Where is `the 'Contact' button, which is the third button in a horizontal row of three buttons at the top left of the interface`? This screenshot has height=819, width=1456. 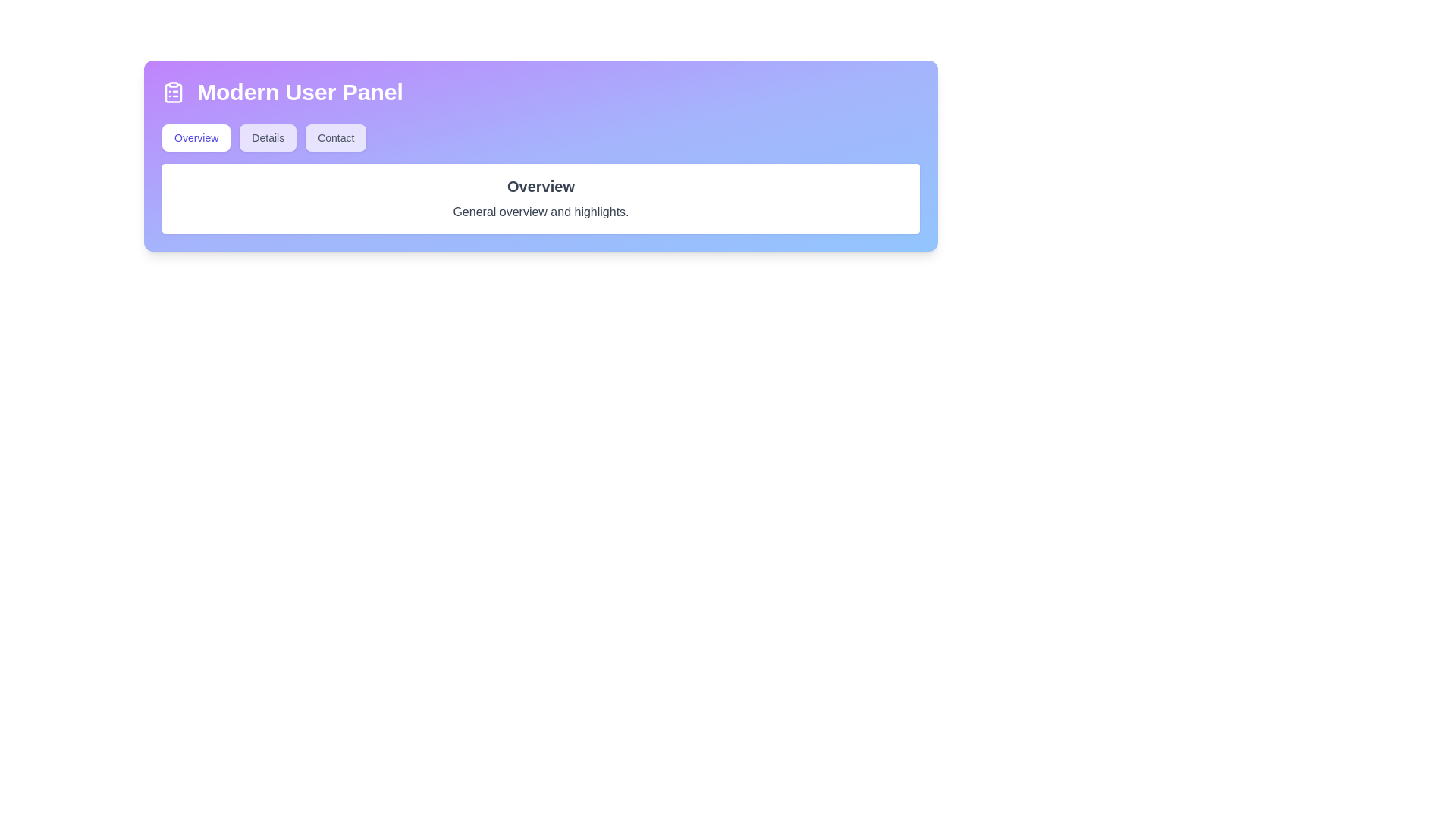 the 'Contact' button, which is the third button in a horizontal row of three buttons at the top left of the interface is located at coordinates (335, 137).